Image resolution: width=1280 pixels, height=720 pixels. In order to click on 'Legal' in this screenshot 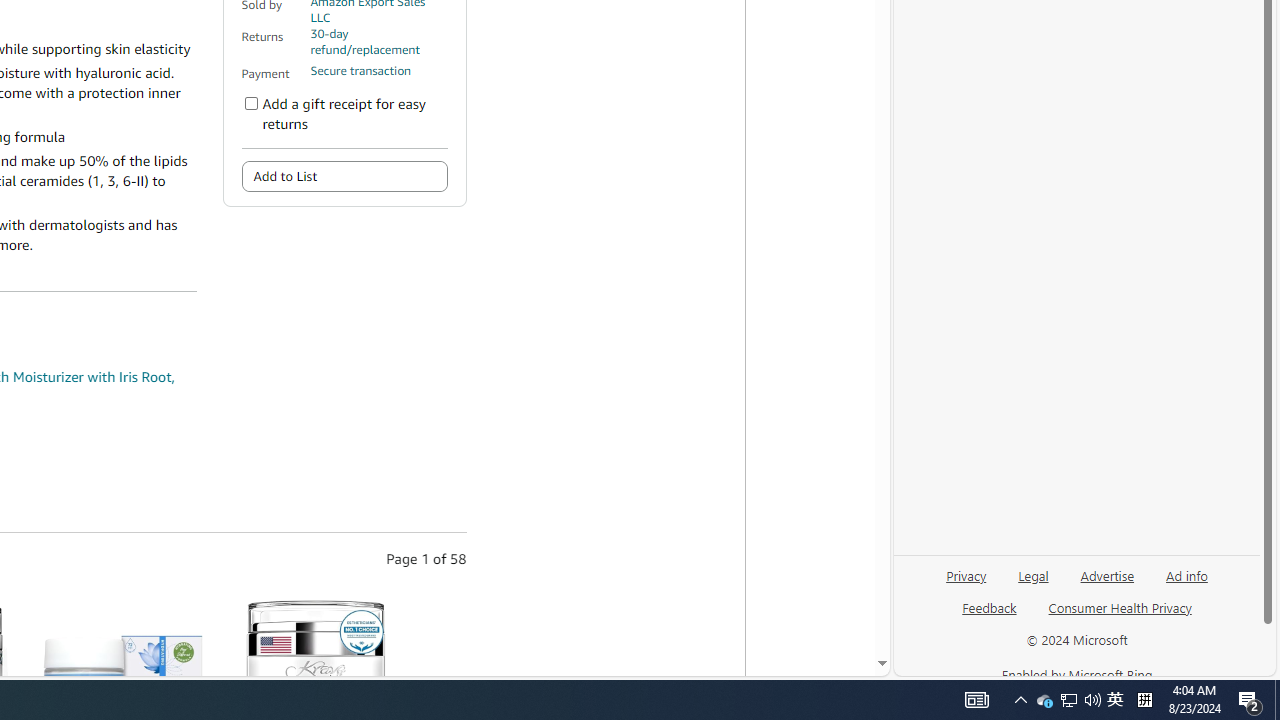, I will do `click(1033, 583)`.